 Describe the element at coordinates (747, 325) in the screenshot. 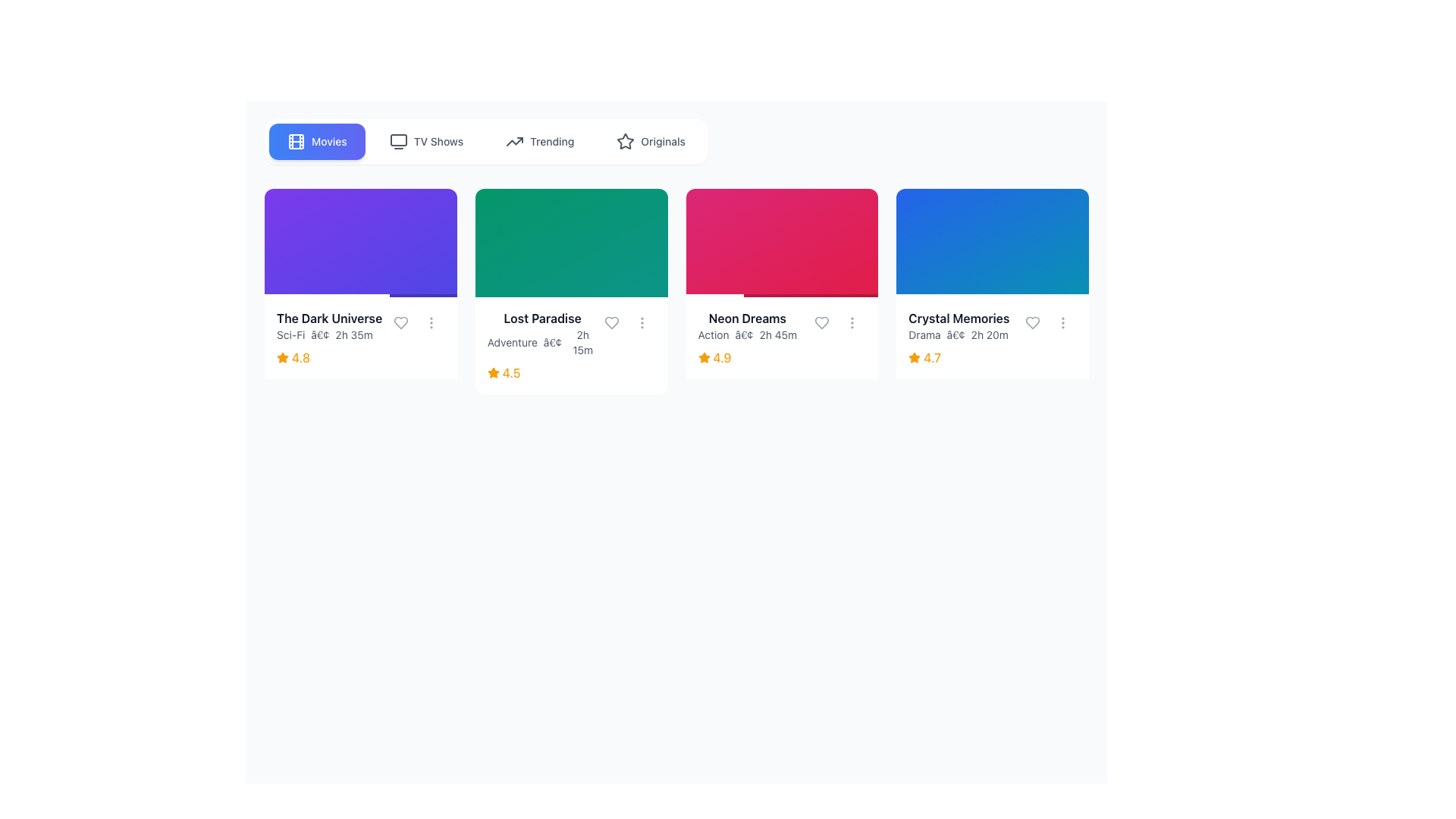

I see `the text element displaying 'Neon Dreams' which is styled in a bold, dark font on the third movie card with a pink-red background` at that location.